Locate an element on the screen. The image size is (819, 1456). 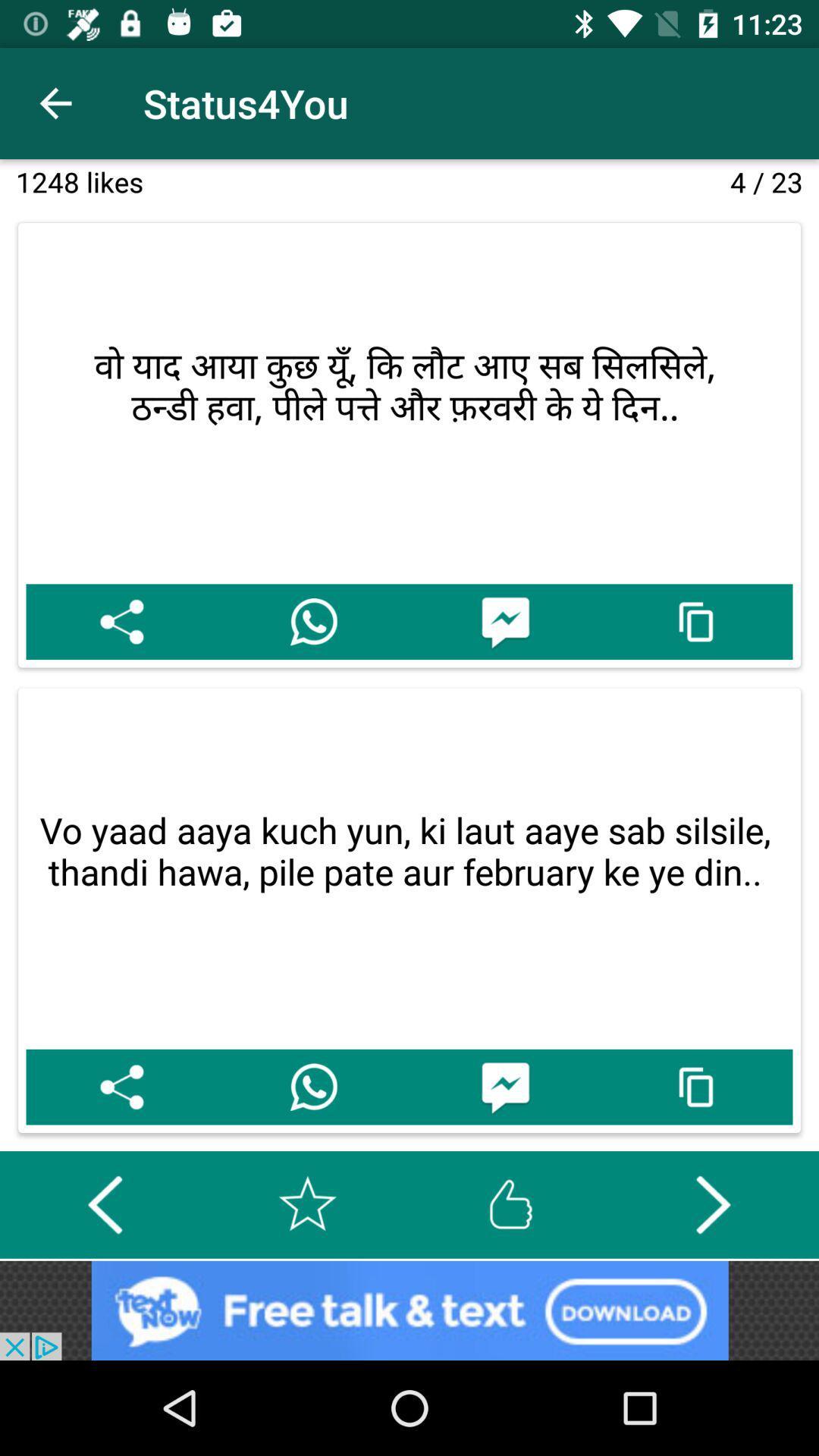
mark this page as important is located at coordinates (307, 1203).